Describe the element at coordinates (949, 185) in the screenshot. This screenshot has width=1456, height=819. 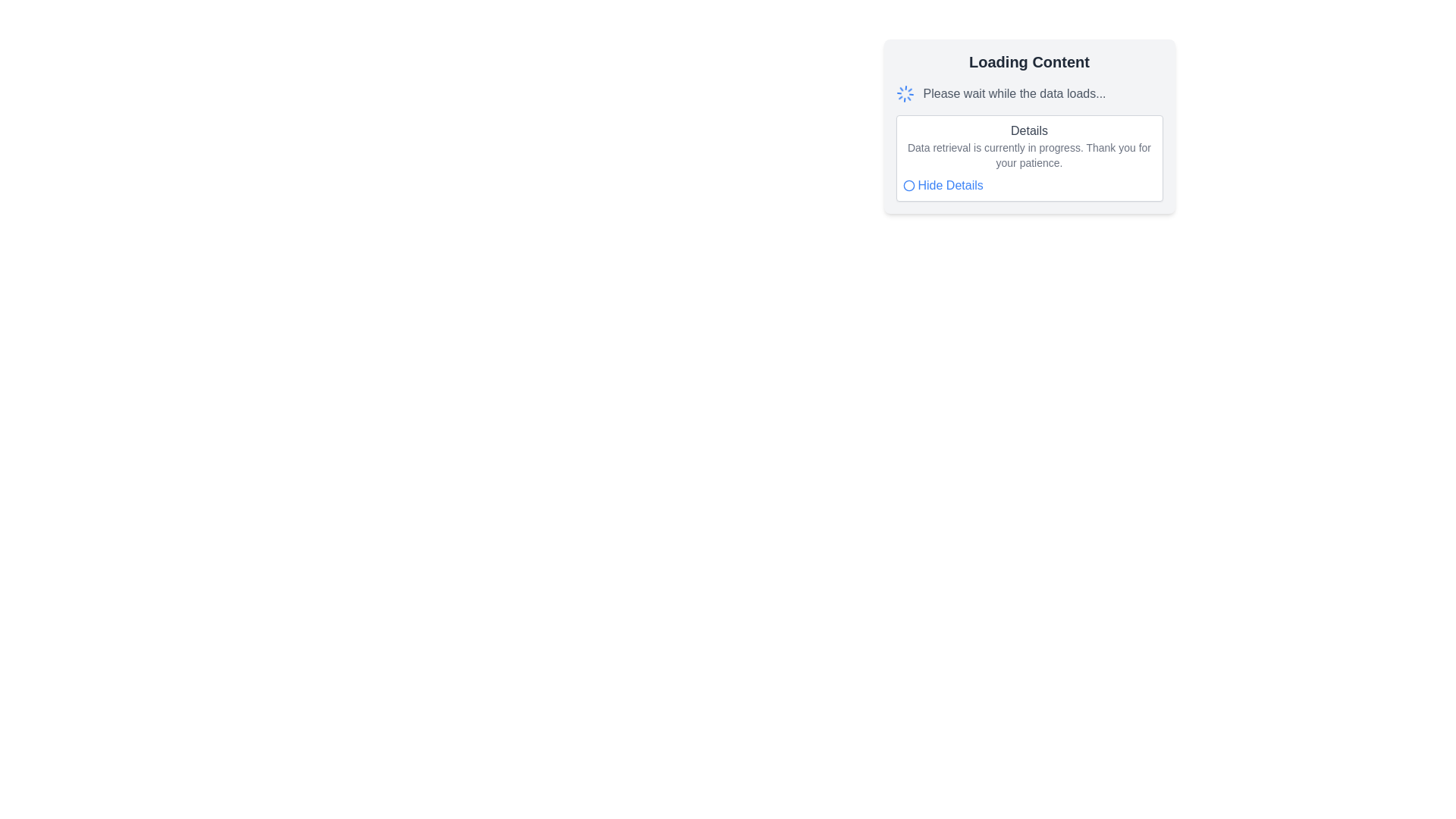
I see `the interactive text link located near the center right of the interface, directly below the 'Details' header` at that location.